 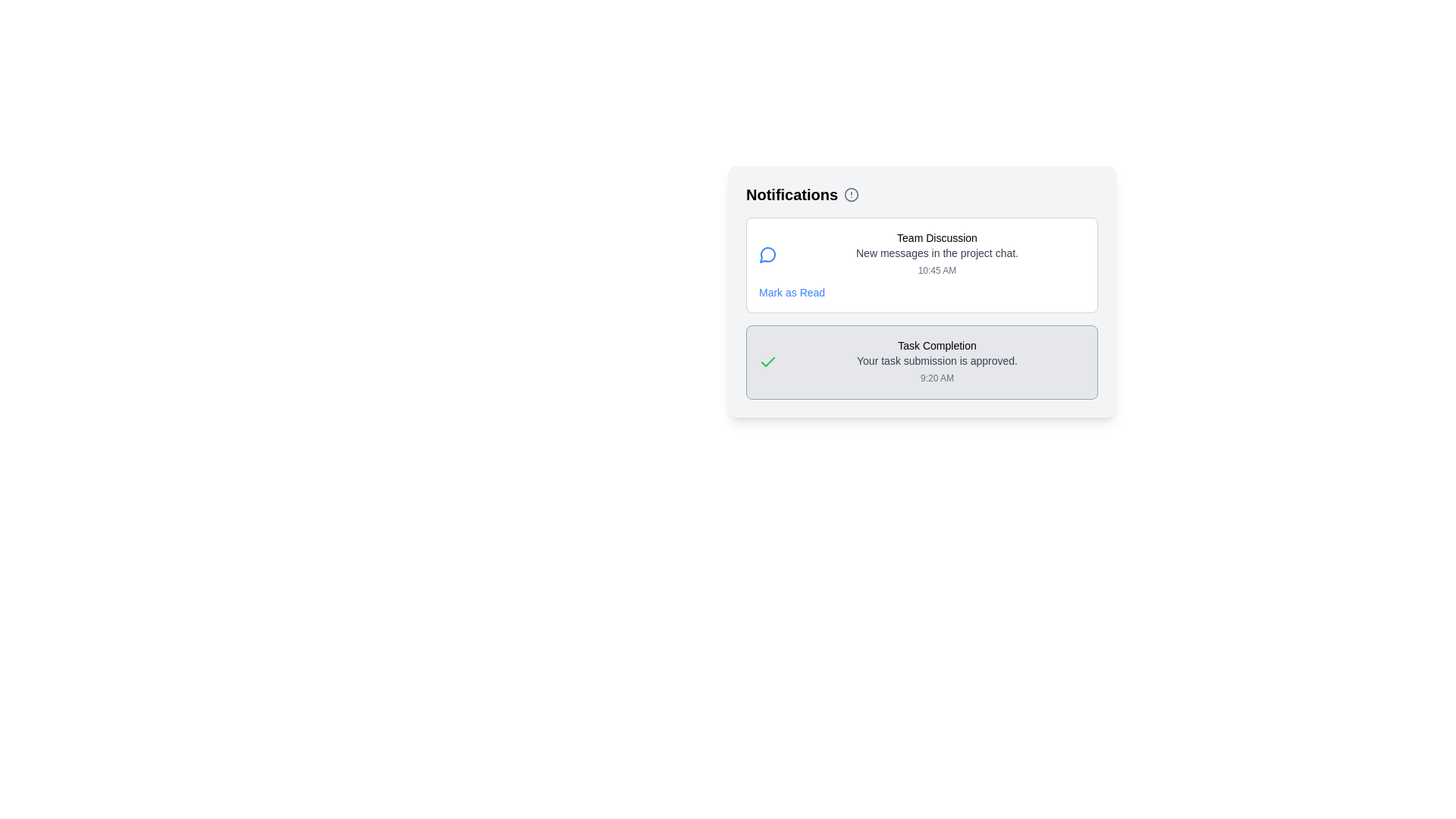 What do you see at coordinates (852, 194) in the screenshot?
I see `the circular element within the SVG that is part of the notification header, prominently positioned near the title 'Notifications'` at bounding box center [852, 194].